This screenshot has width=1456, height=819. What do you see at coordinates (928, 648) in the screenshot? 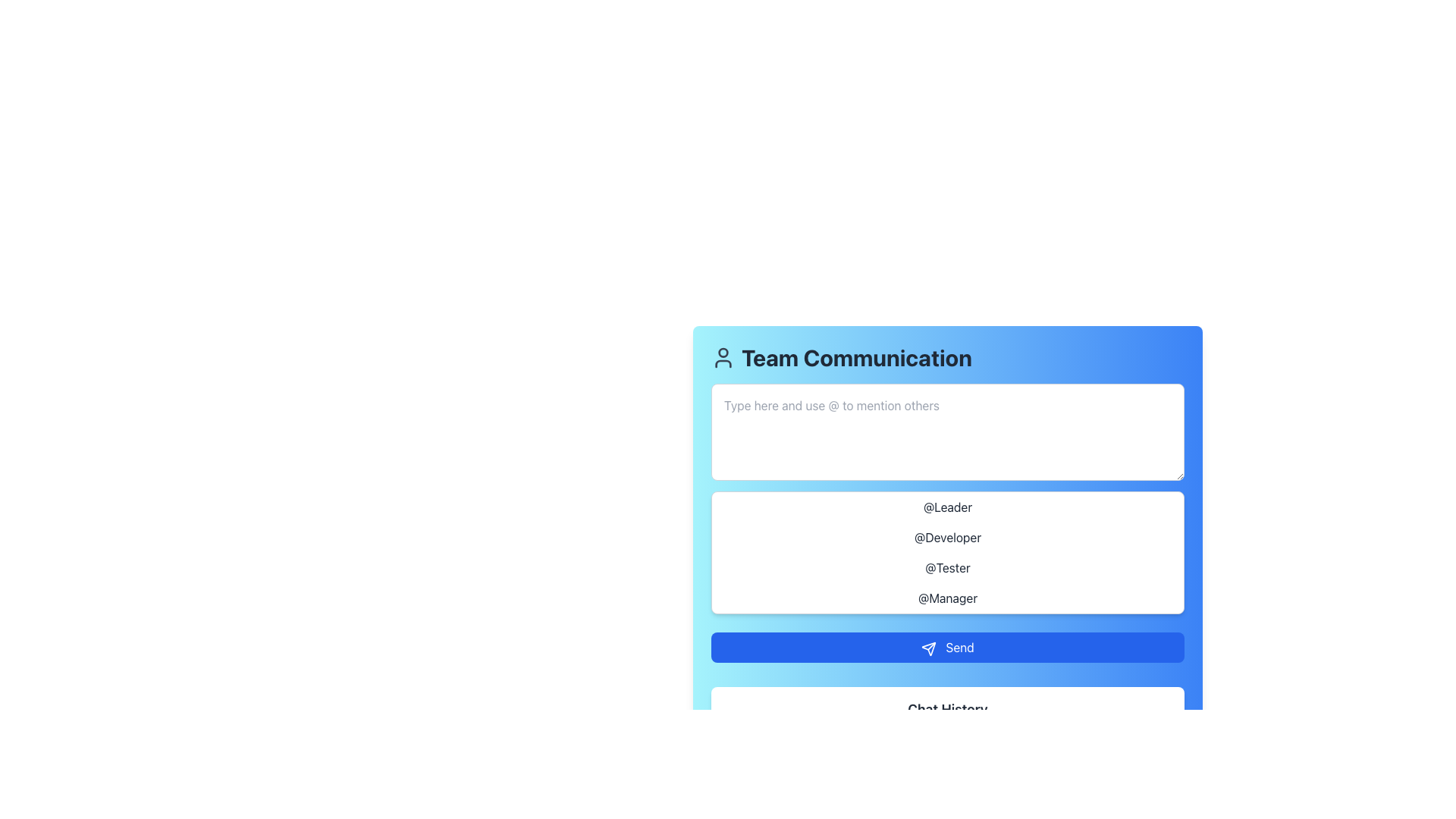
I see `the paper plane icon within the 'Send' button located at the bottom of the communication panel` at bounding box center [928, 648].